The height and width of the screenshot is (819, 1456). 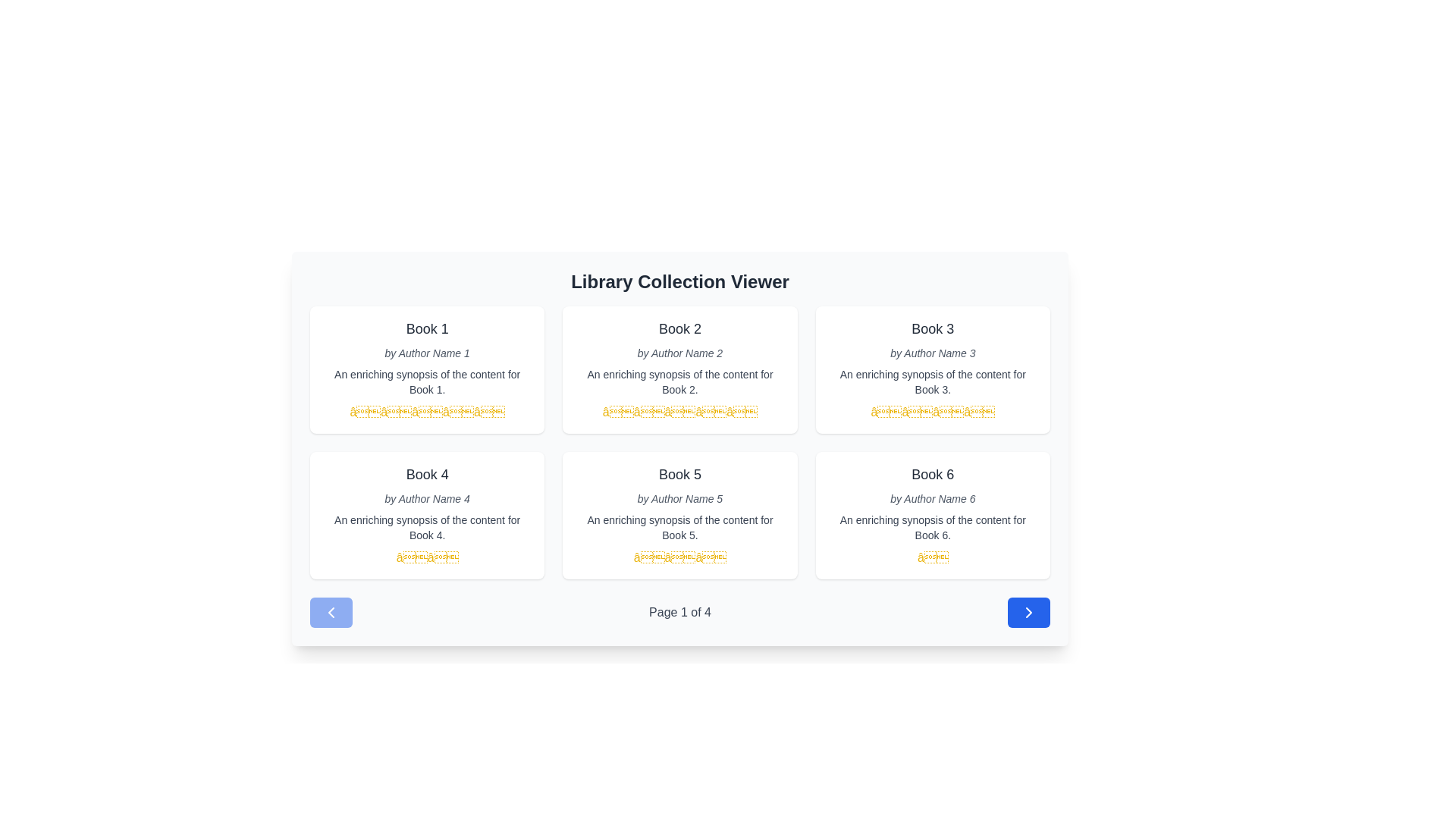 What do you see at coordinates (330, 611) in the screenshot?
I see `the left-pointing chevron icon, which is the leftmost element in the bottom navigation interface` at bounding box center [330, 611].